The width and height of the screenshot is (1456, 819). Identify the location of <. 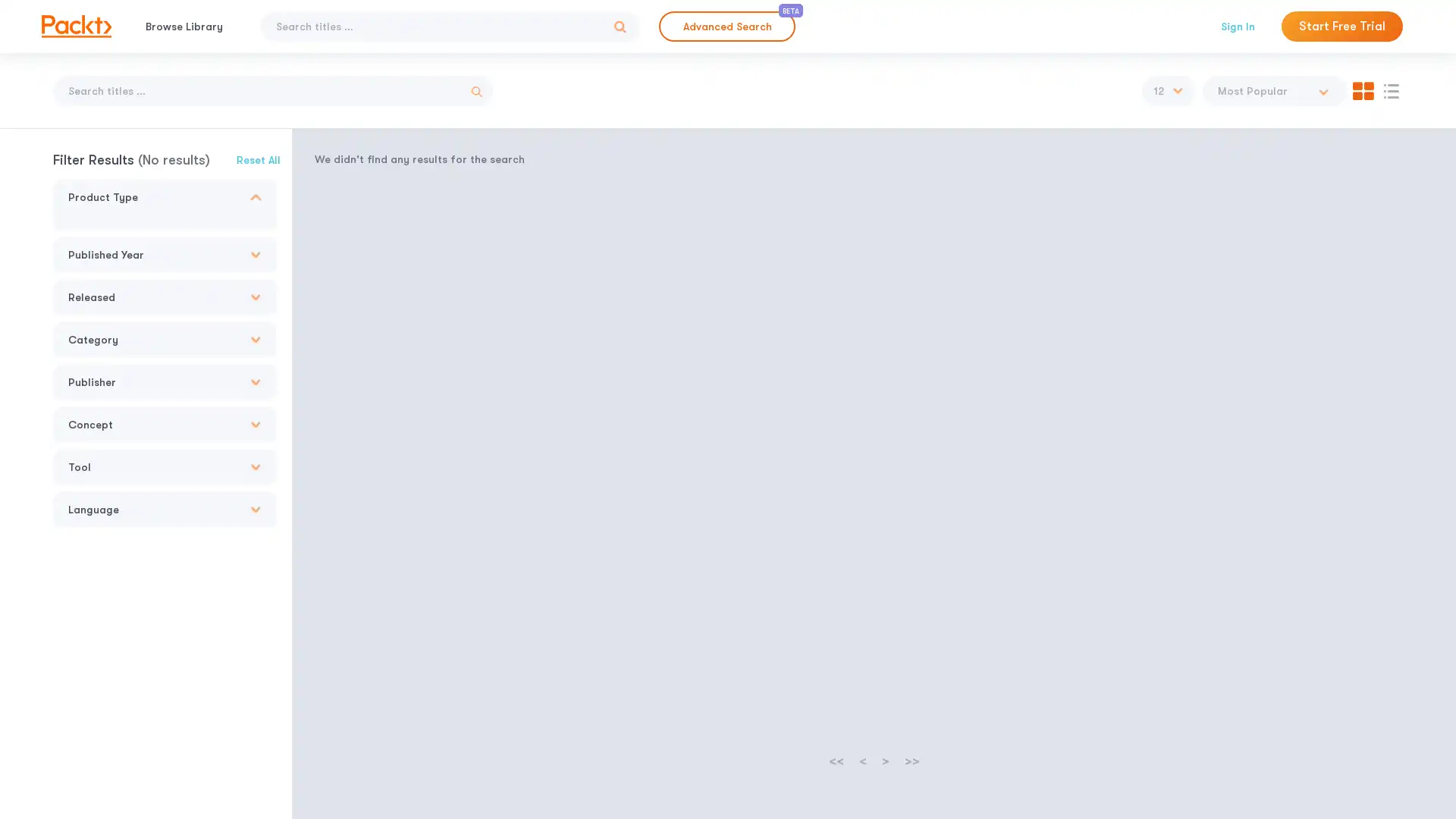
(862, 762).